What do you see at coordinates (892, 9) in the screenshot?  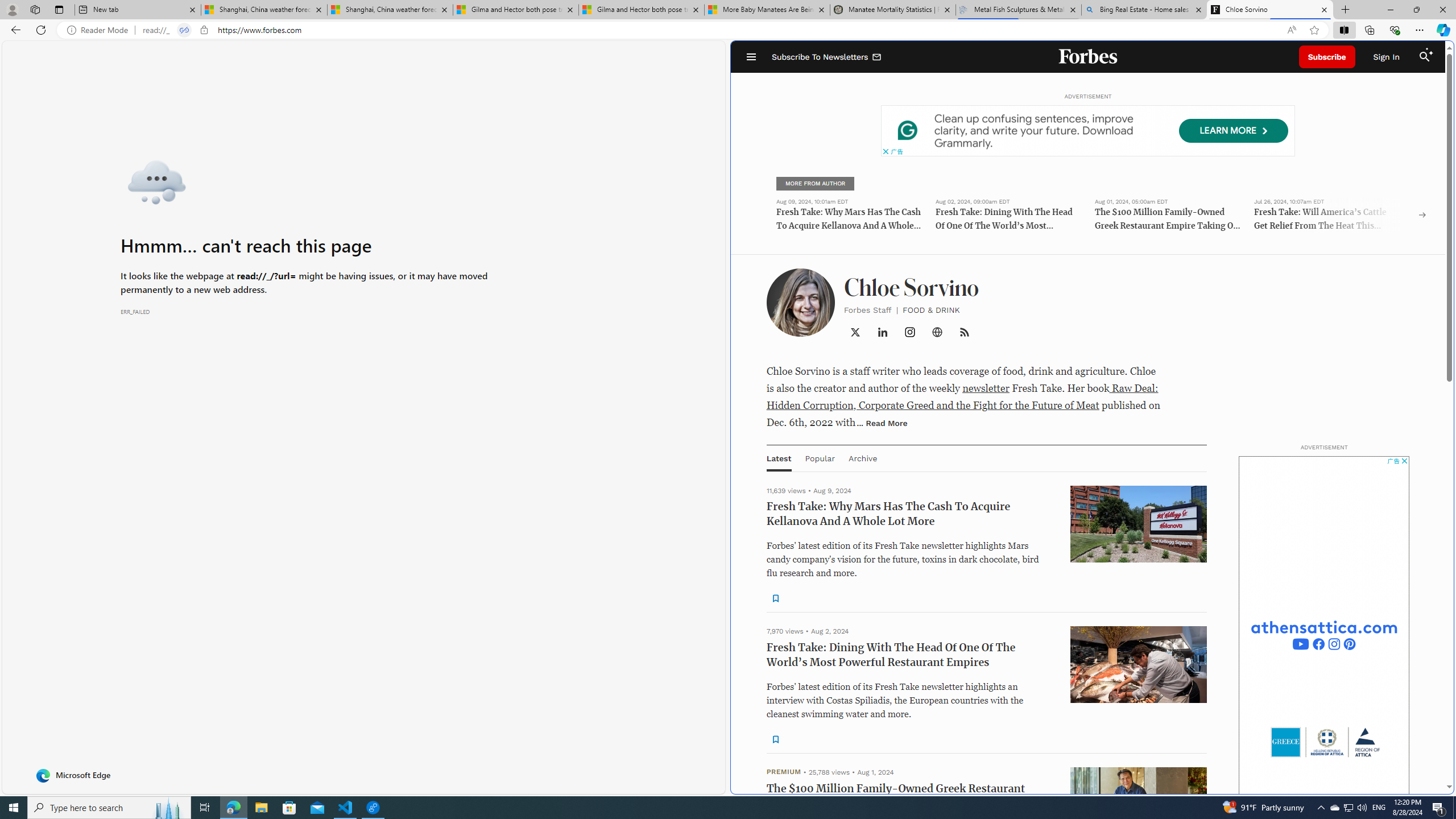 I see `'Manatee Mortality Statistics | FWC'` at bounding box center [892, 9].